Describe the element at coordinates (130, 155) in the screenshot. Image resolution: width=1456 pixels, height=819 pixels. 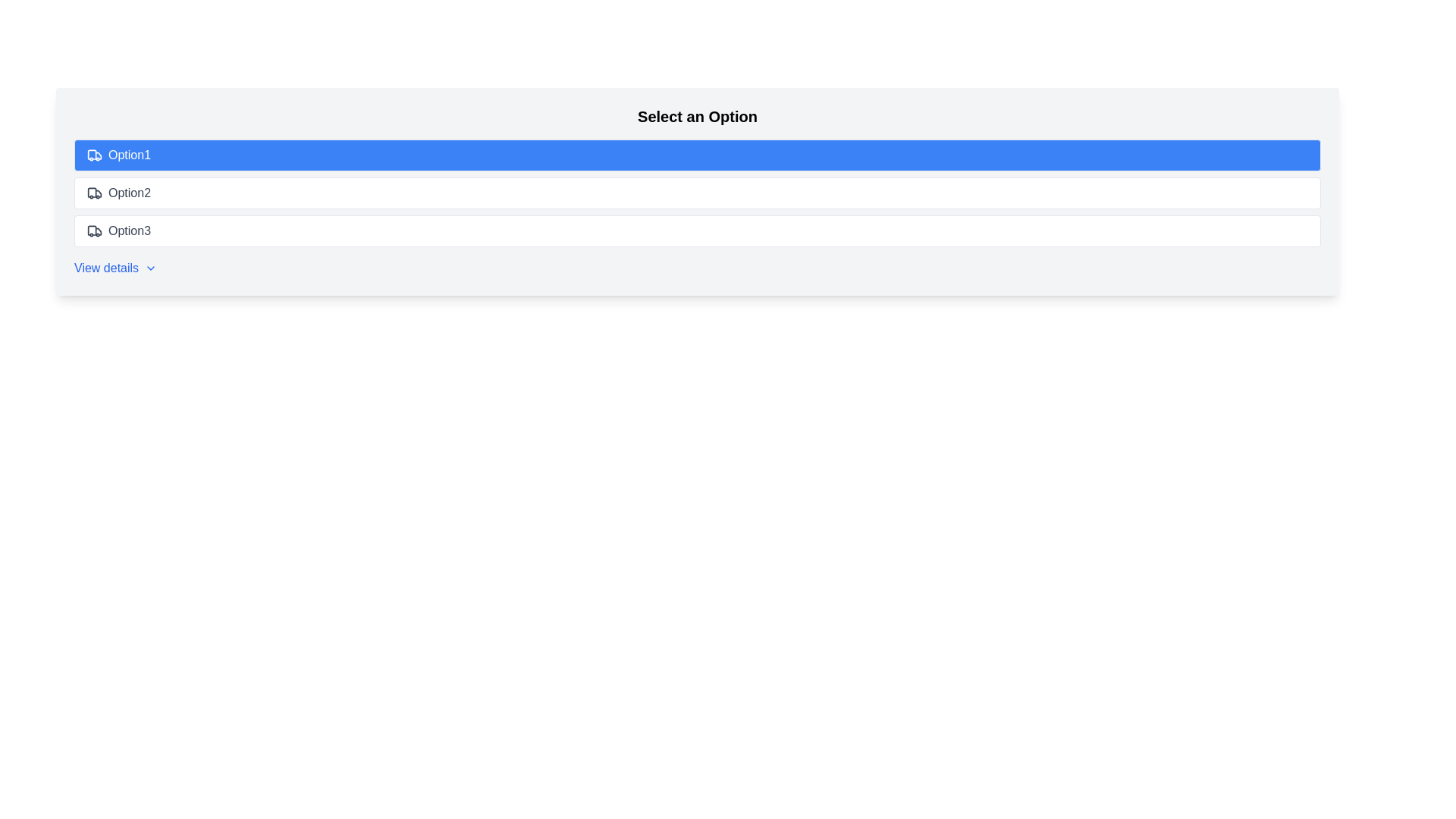
I see `the 'Option1' text label within the active radio button` at that location.